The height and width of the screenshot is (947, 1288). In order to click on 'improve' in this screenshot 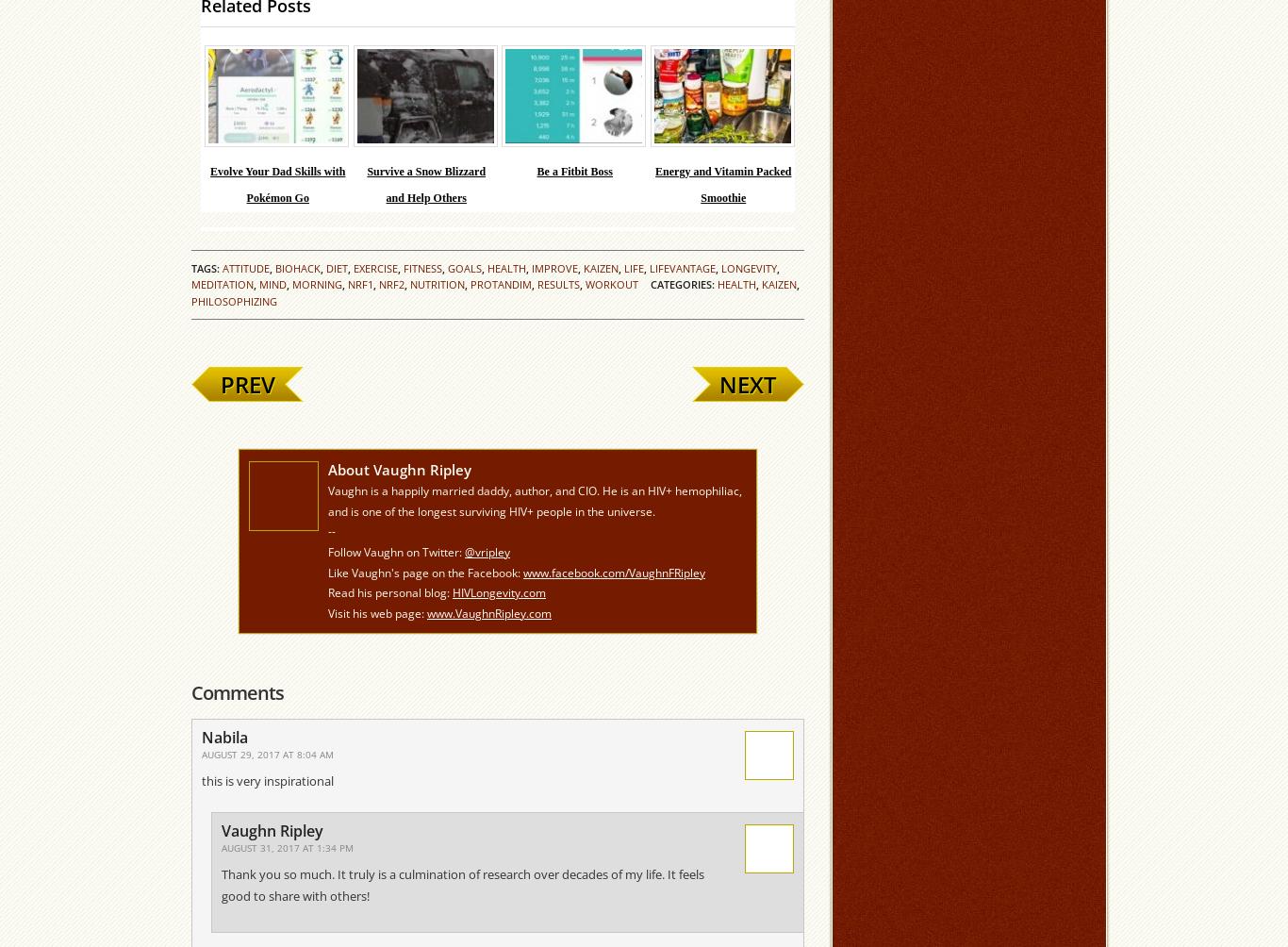, I will do `click(553, 268)`.